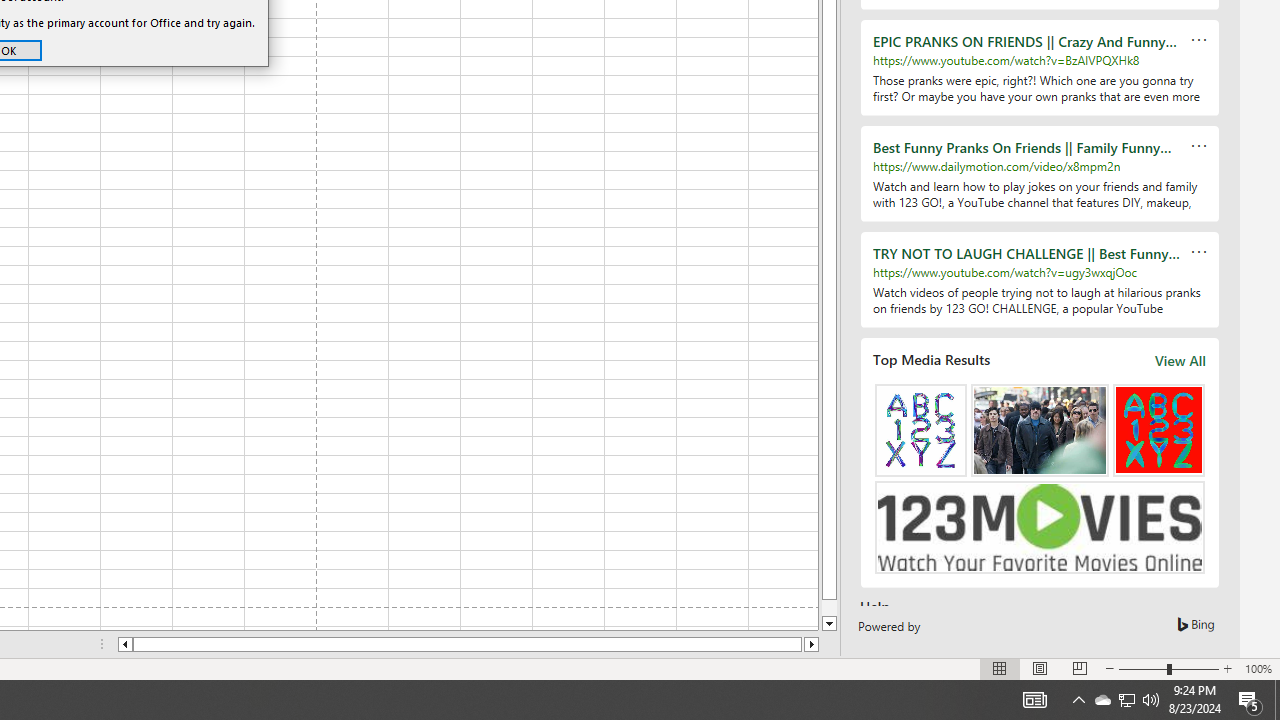 This screenshot has height=720, width=1280. Describe the element at coordinates (1078, 698) in the screenshot. I see `'Notification Chevron'` at that location.